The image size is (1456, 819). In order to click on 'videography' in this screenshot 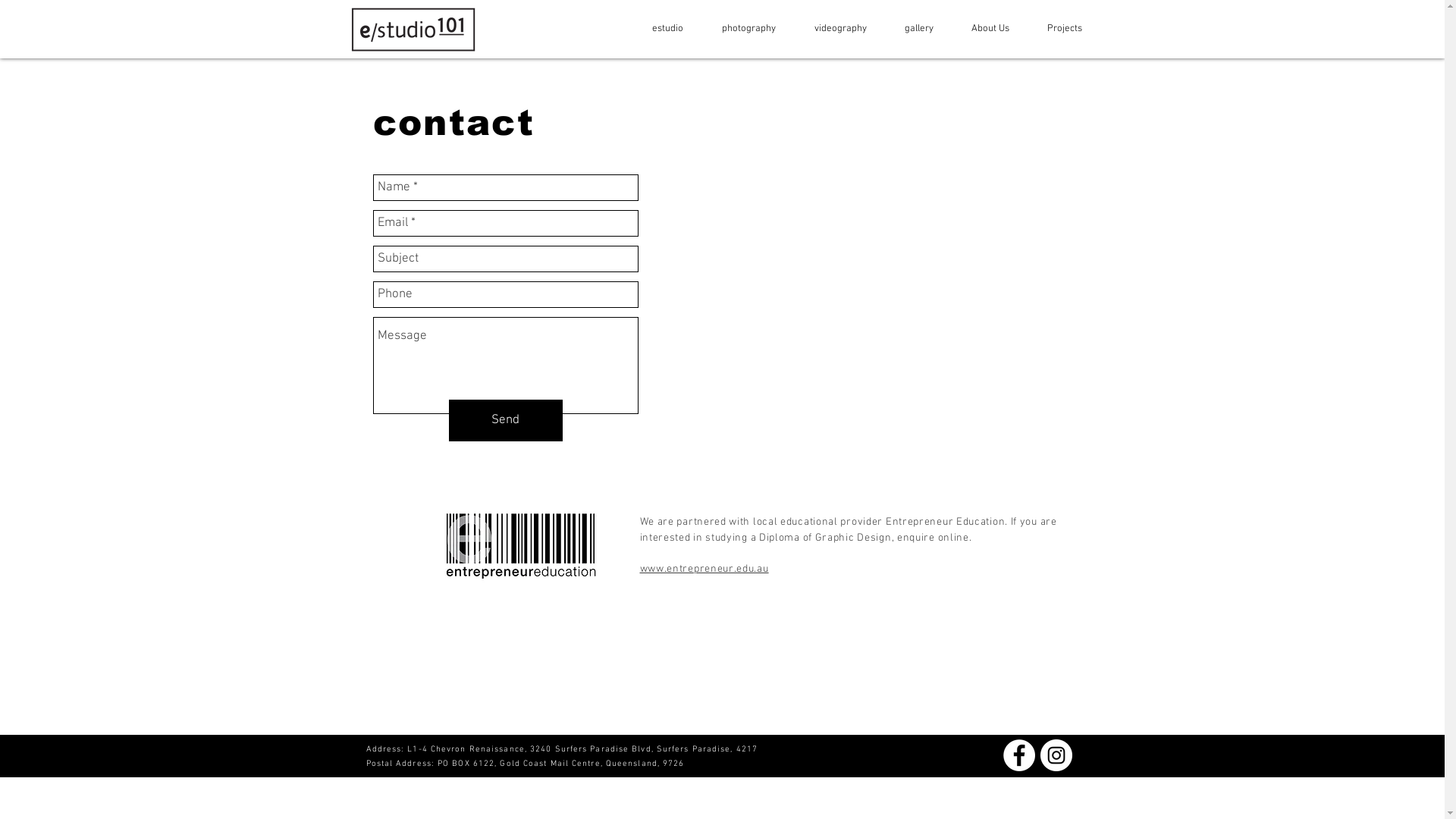, I will do `click(832, 29)`.